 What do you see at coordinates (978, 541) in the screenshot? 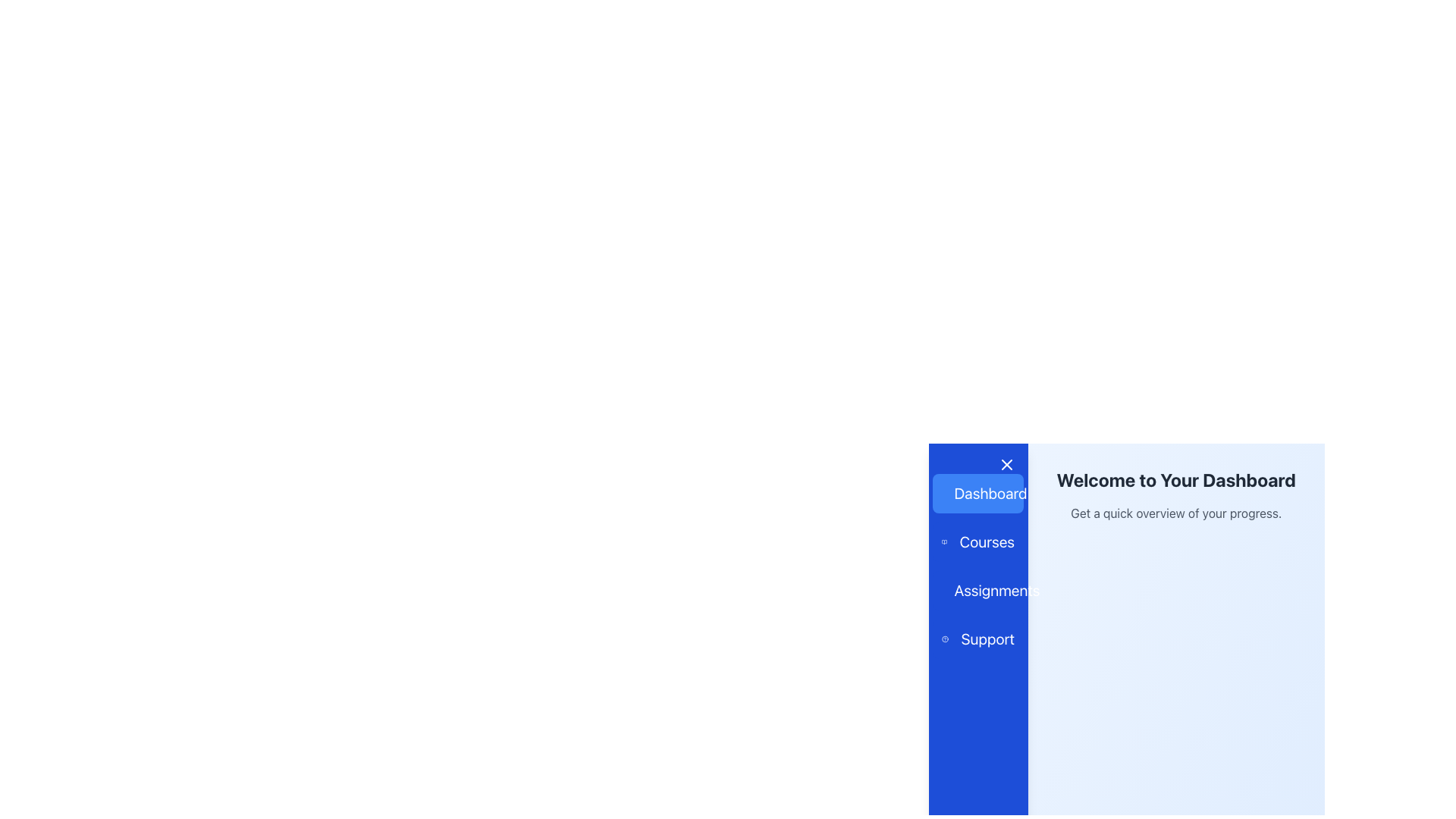
I see `the 'Courses' navigation button located in the vertical menu on the left side of the interface` at bounding box center [978, 541].